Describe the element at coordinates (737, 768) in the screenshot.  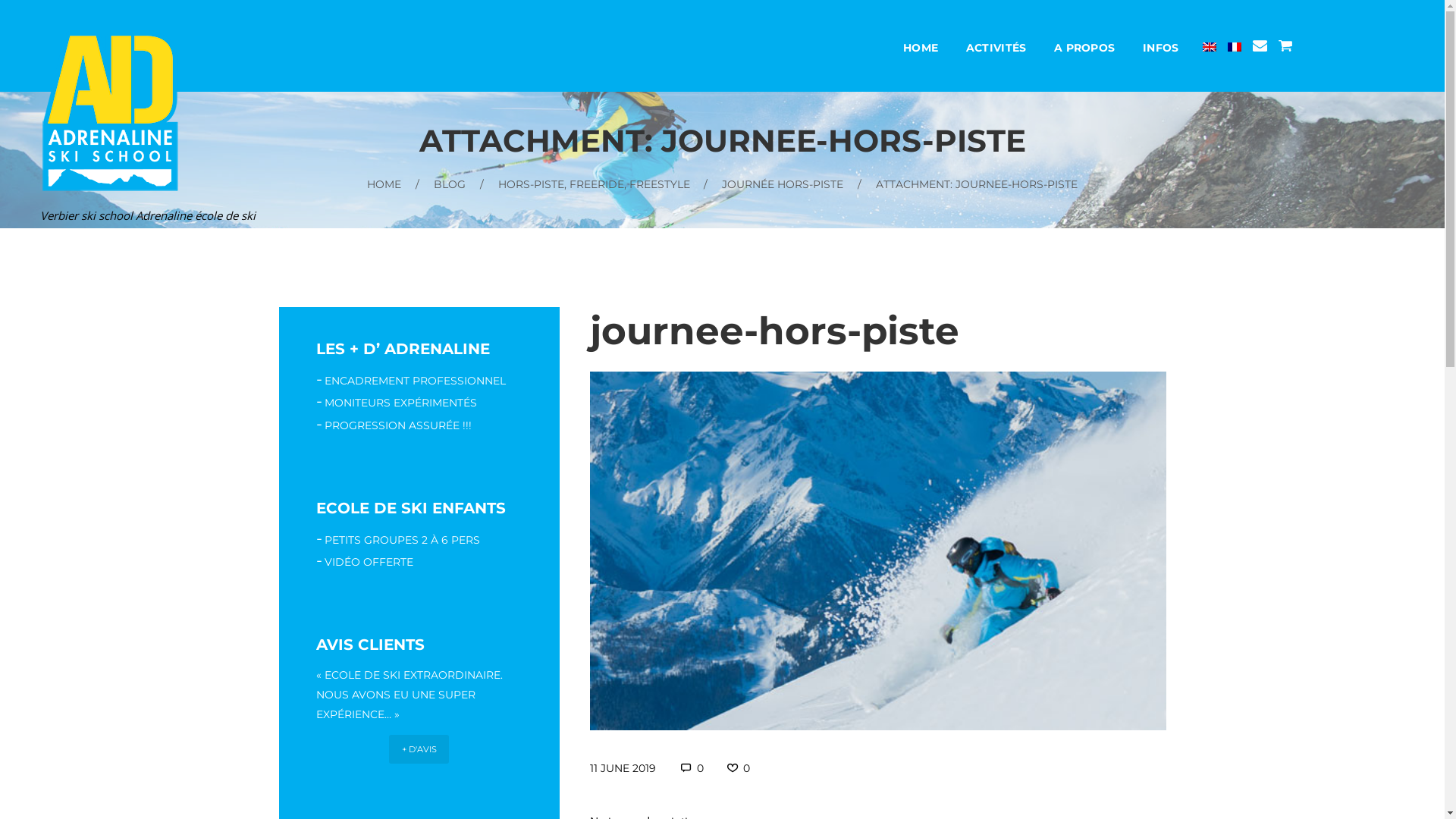
I see `'0'` at that location.